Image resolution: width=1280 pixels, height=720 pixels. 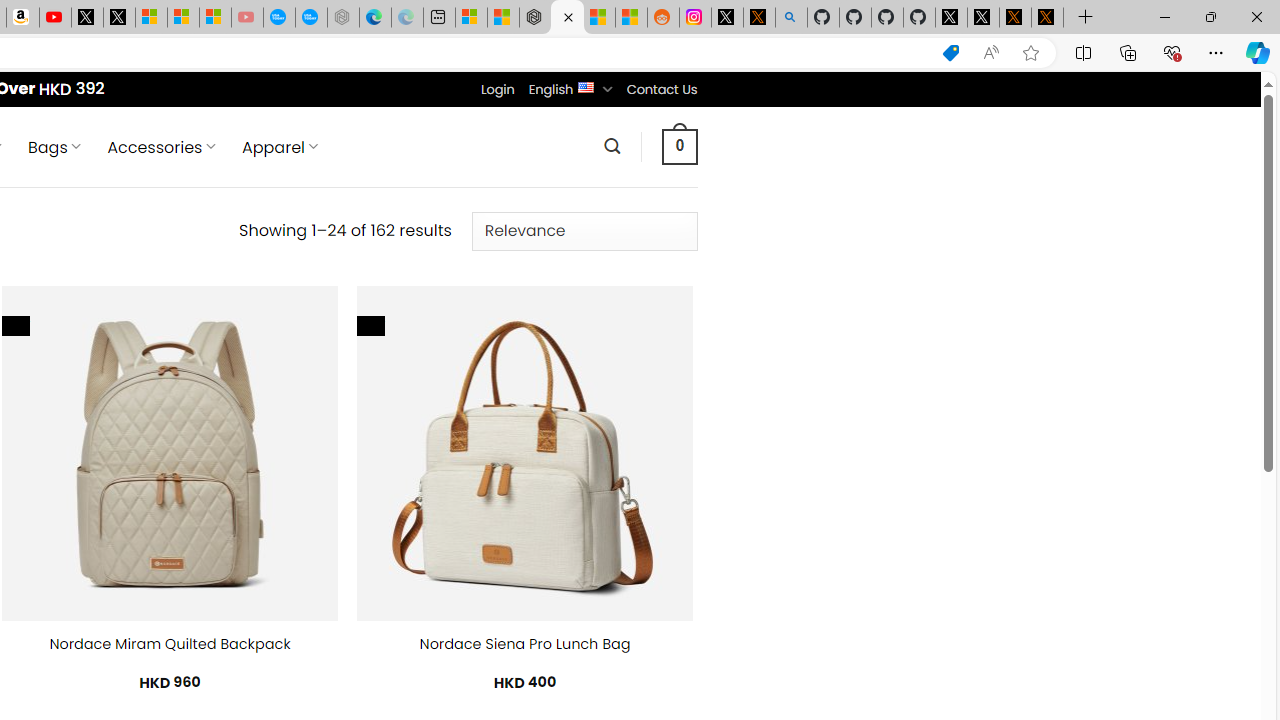 What do you see at coordinates (1257, 51) in the screenshot?
I see `'Copilot (Ctrl+Shift+.)'` at bounding box center [1257, 51].